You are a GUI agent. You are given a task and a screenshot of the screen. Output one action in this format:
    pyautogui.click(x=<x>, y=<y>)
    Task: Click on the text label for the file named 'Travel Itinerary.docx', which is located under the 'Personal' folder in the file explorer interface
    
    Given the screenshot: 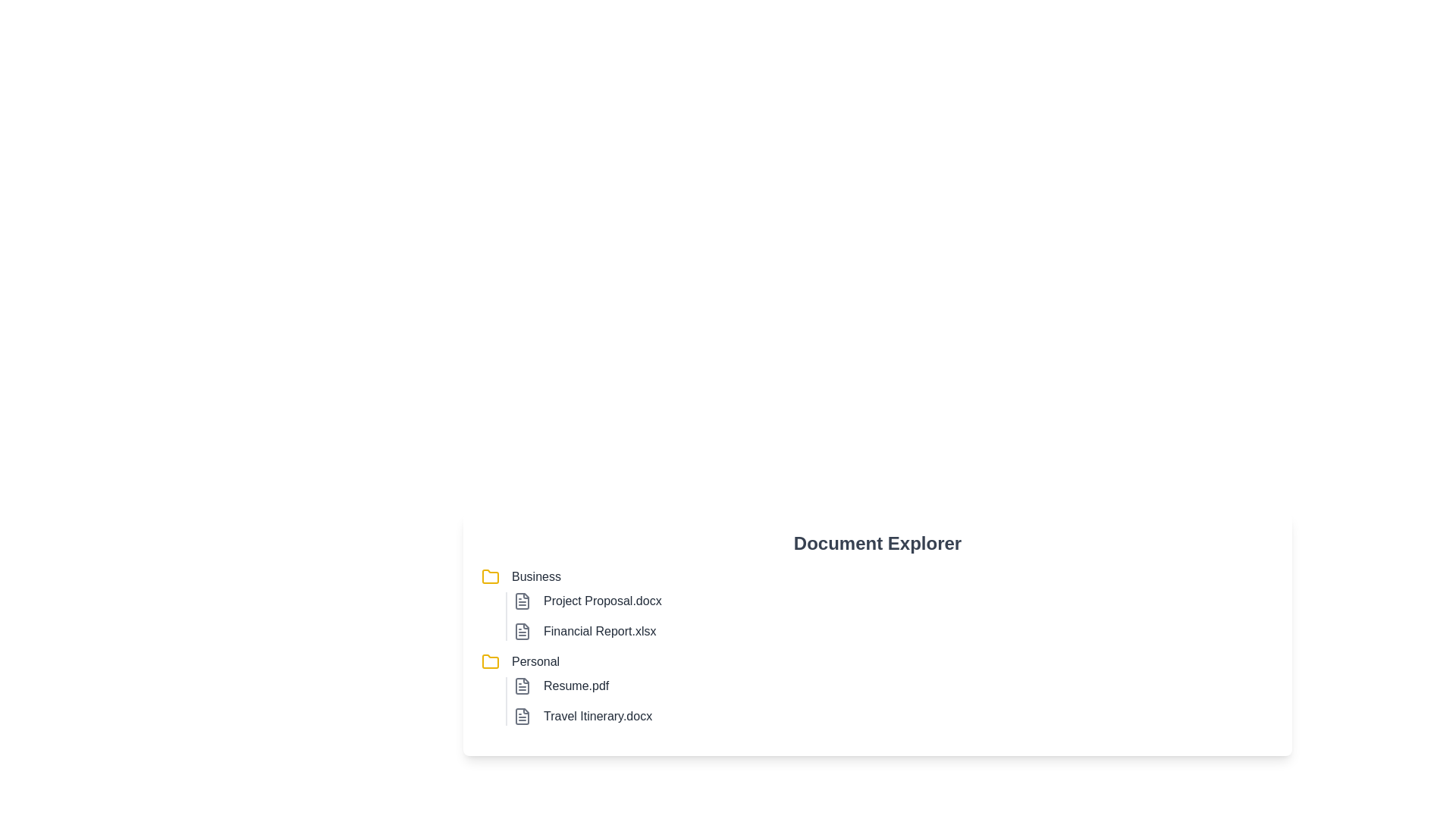 What is the action you would take?
    pyautogui.click(x=597, y=717)
    